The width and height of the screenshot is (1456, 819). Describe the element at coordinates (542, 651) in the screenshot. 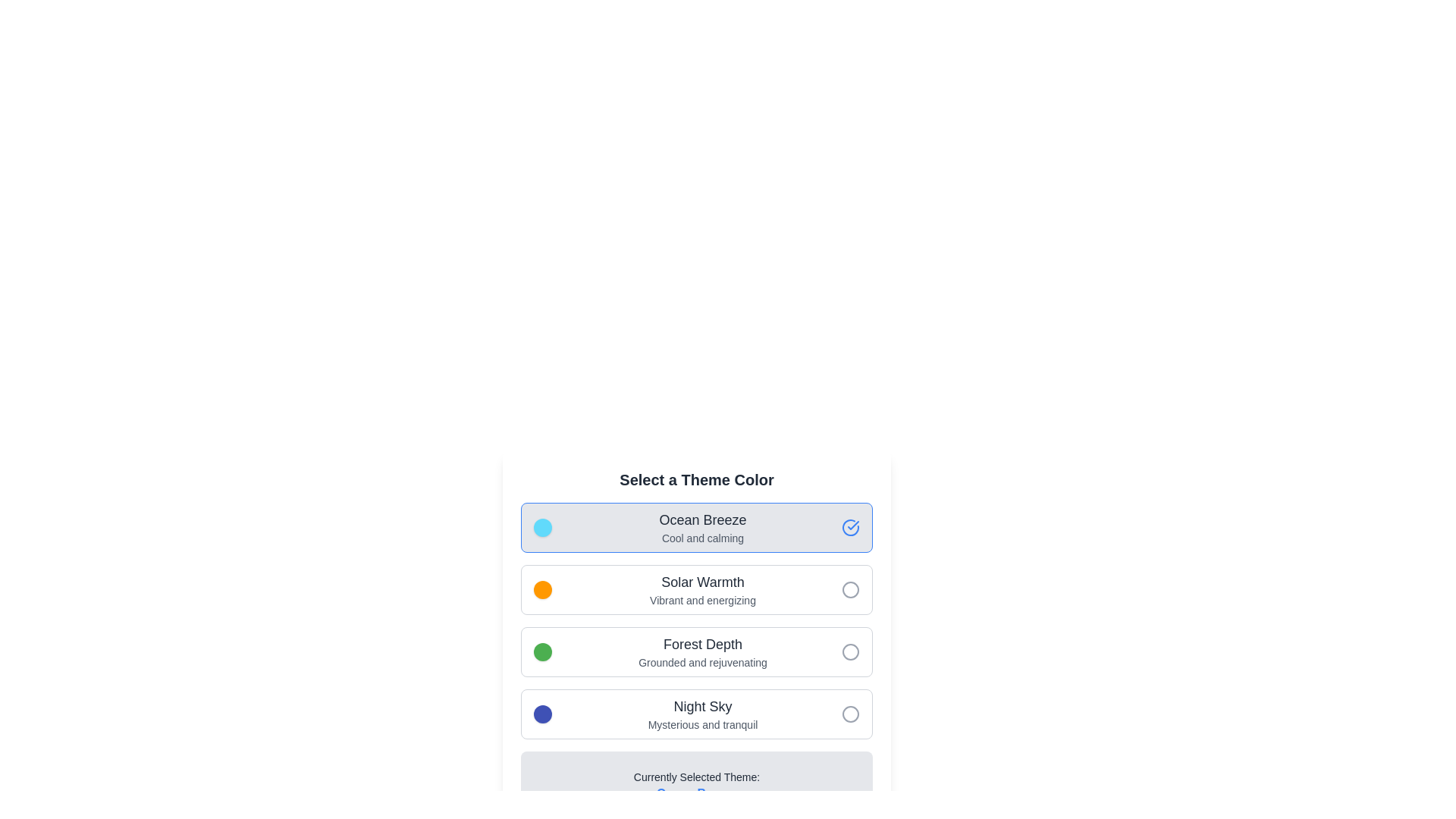

I see `the circular green indicator located on the left of the 'Forest Depth' list card, which is positioned third from the top in a column of similar cards` at that location.